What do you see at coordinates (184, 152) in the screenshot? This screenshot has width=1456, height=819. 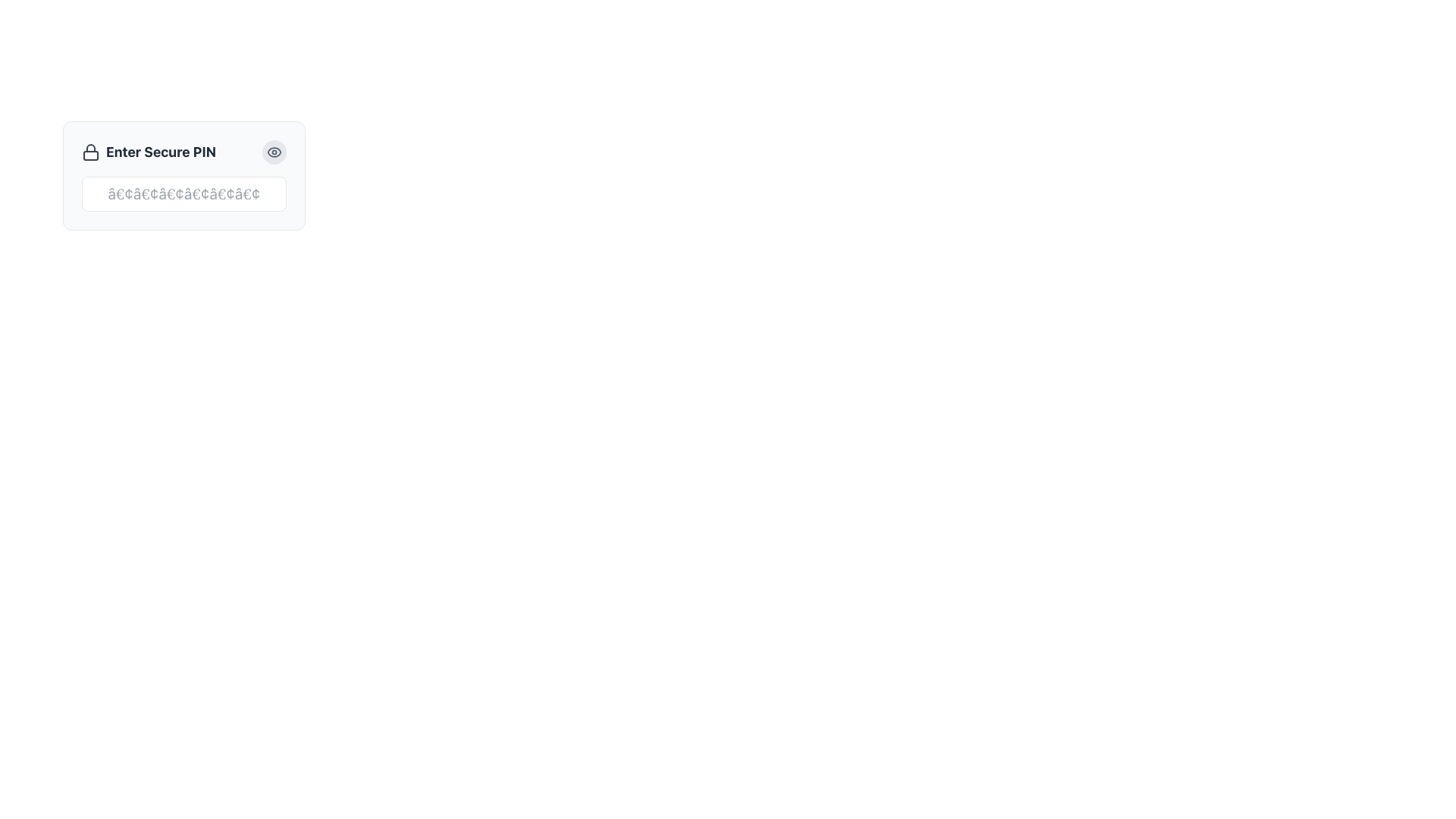 I see `the 'Enter Secure PIN' label with lock and eye icons to highlight accessible information` at bounding box center [184, 152].